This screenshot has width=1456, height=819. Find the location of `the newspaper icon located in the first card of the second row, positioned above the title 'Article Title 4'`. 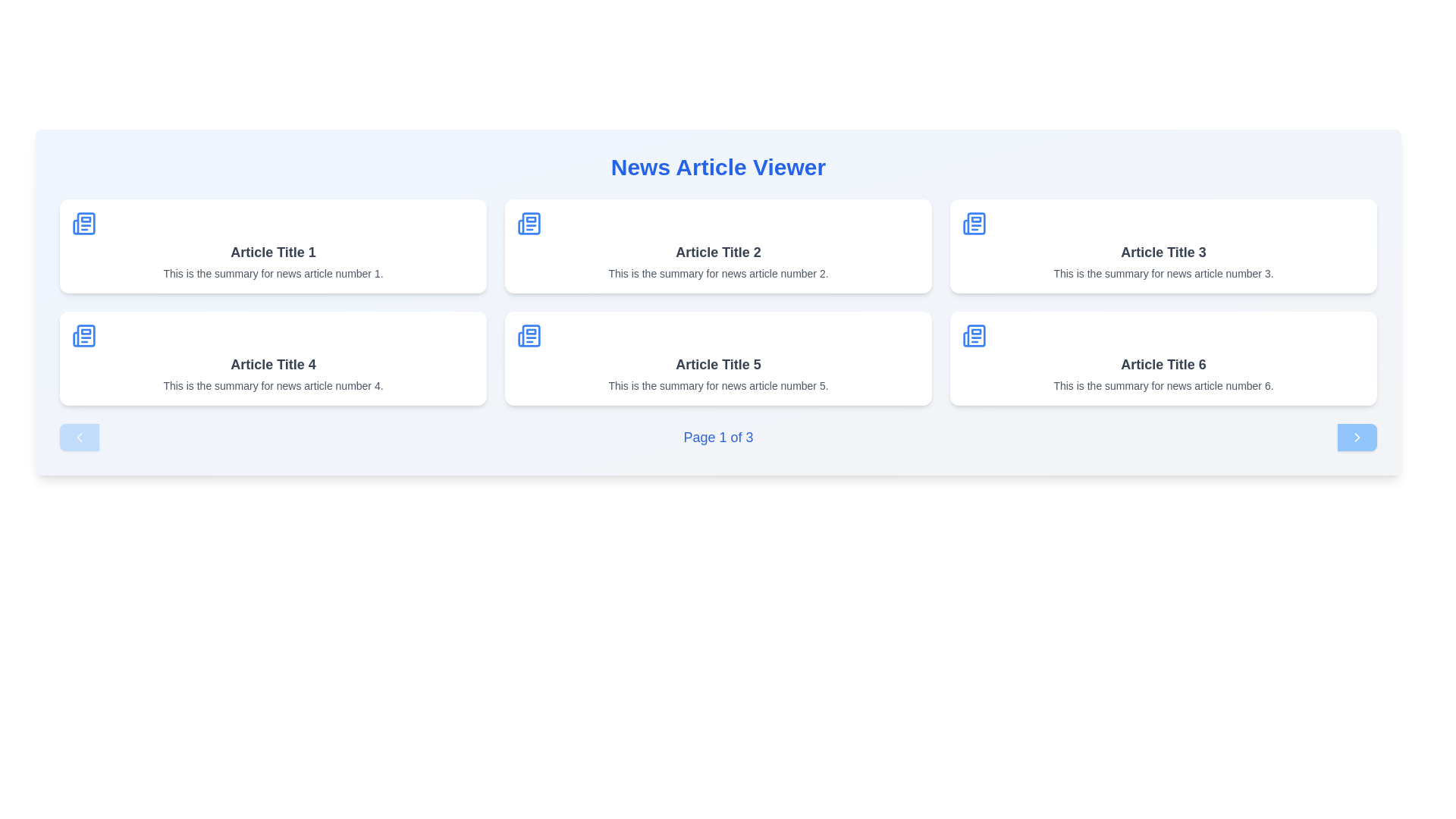

the newspaper icon located in the first card of the second row, positioned above the title 'Article Title 4' is located at coordinates (83, 335).